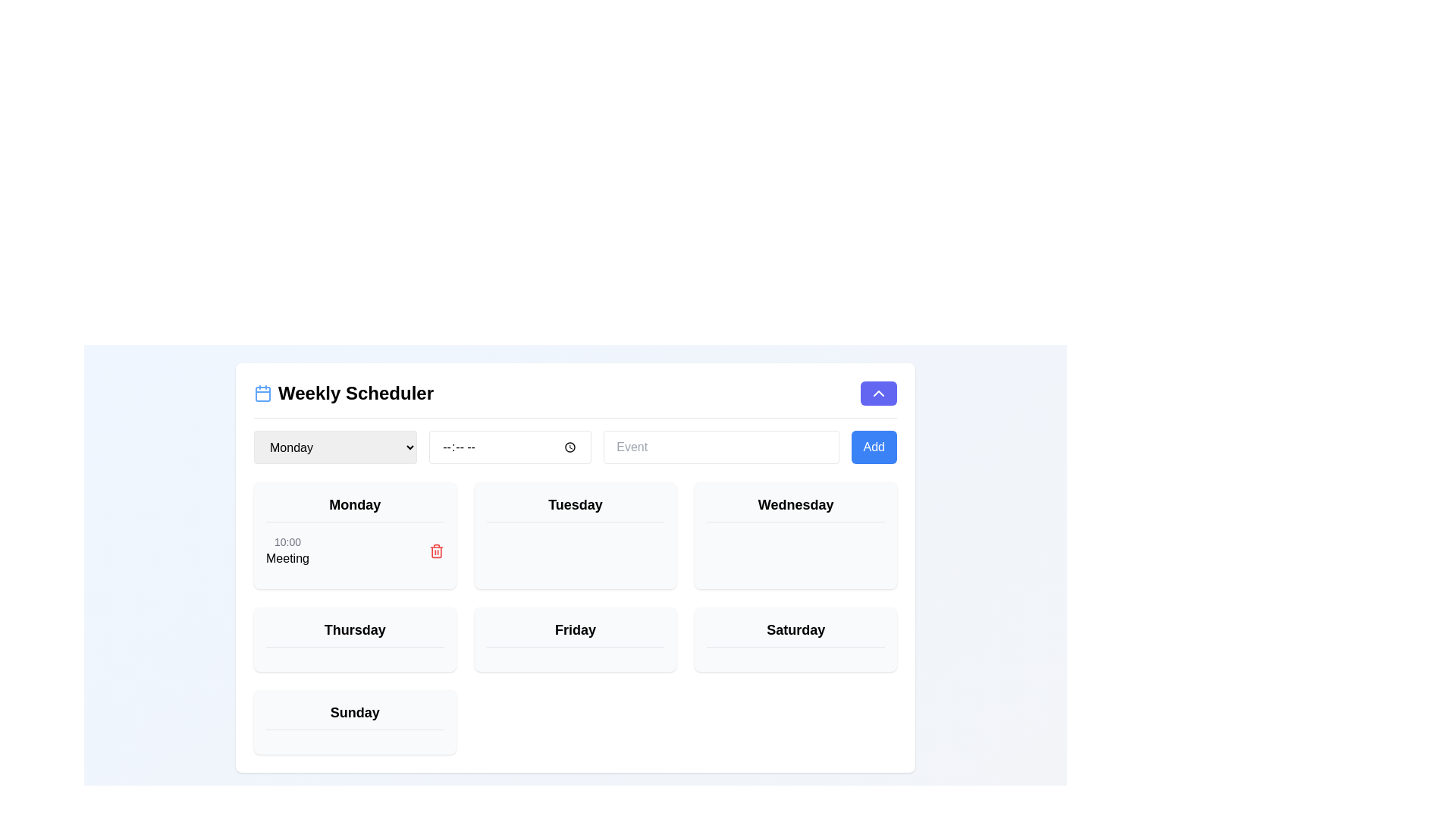 Image resolution: width=1456 pixels, height=819 pixels. I want to click on the collapse button located in the upper-right corner of the 'Weekly Scheduler' section to minimize it, so click(878, 393).